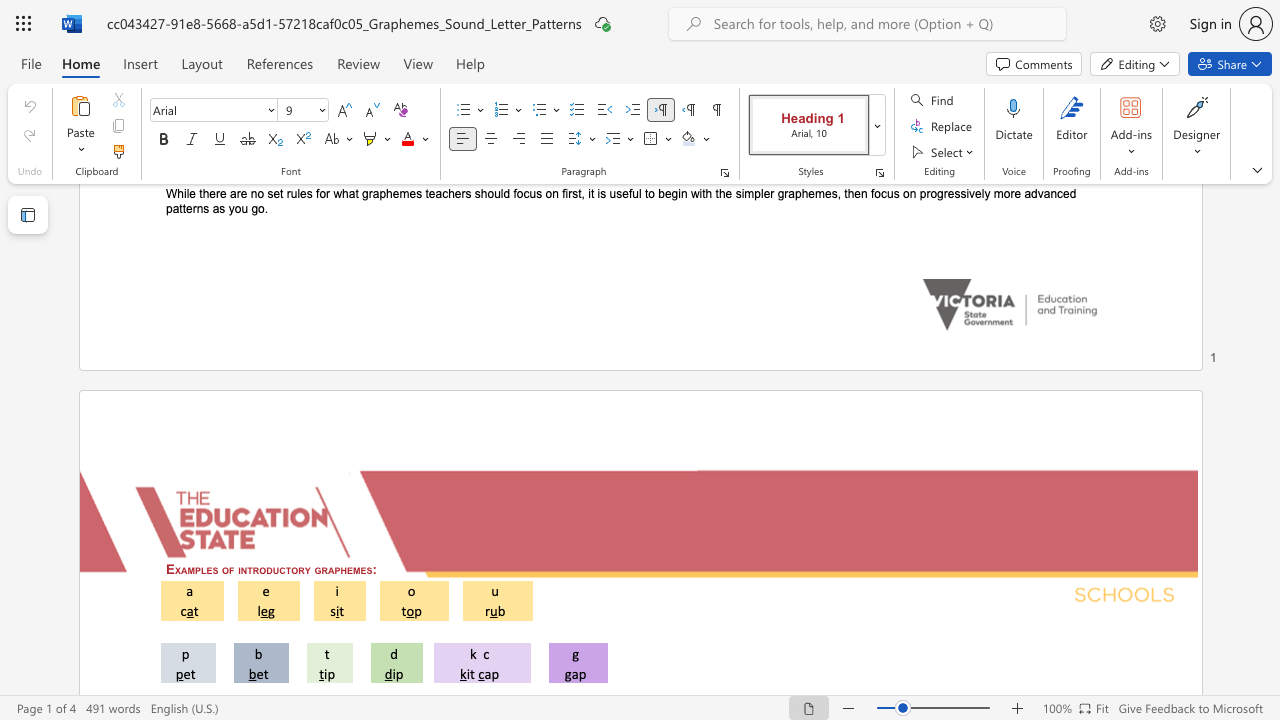 This screenshot has height=720, width=1280. I want to click on the subset text "es" within the text "Examples of introductory graphemes:", so click(360, 569).